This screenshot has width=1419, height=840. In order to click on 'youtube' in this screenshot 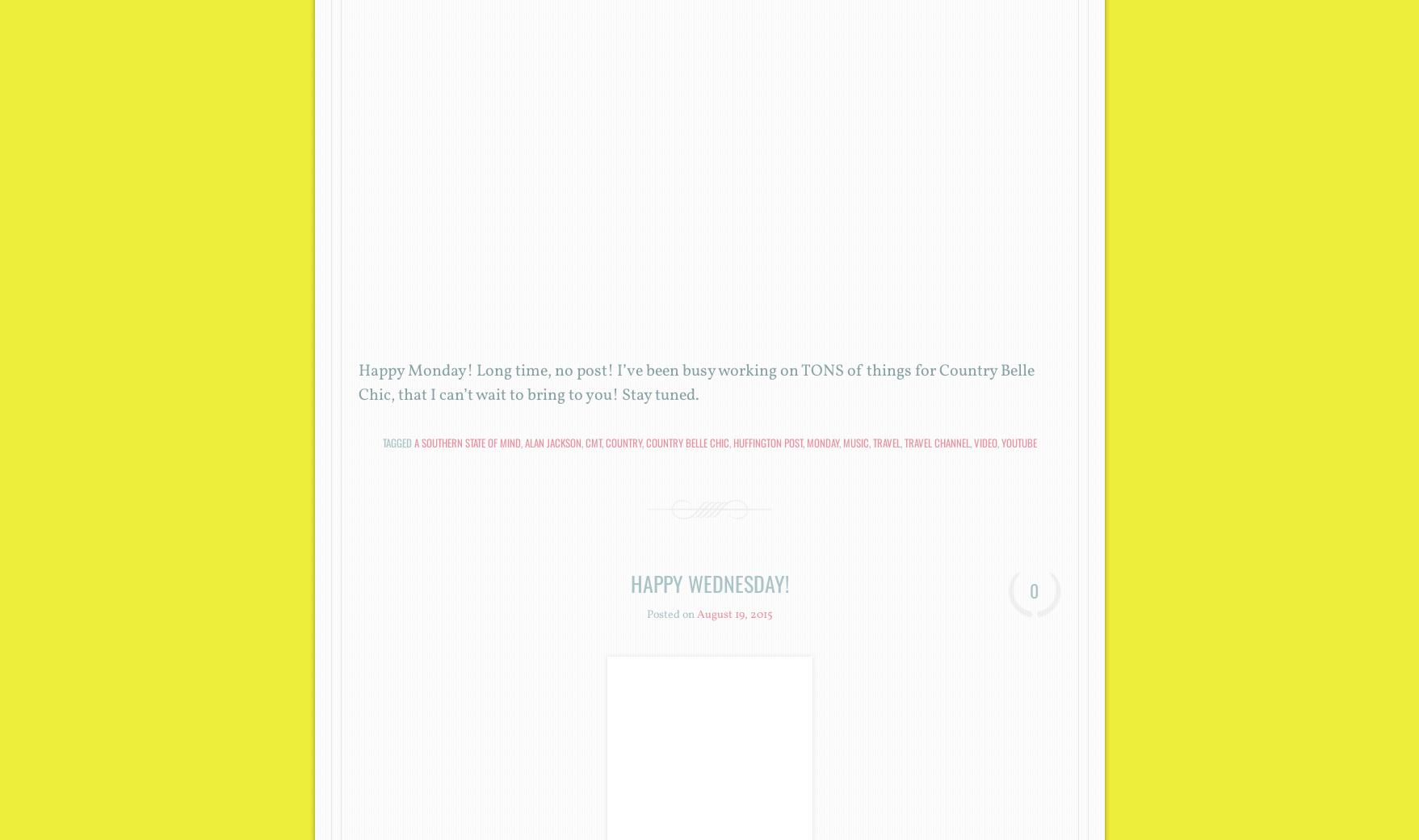, I will do `click(1018, 441)`.